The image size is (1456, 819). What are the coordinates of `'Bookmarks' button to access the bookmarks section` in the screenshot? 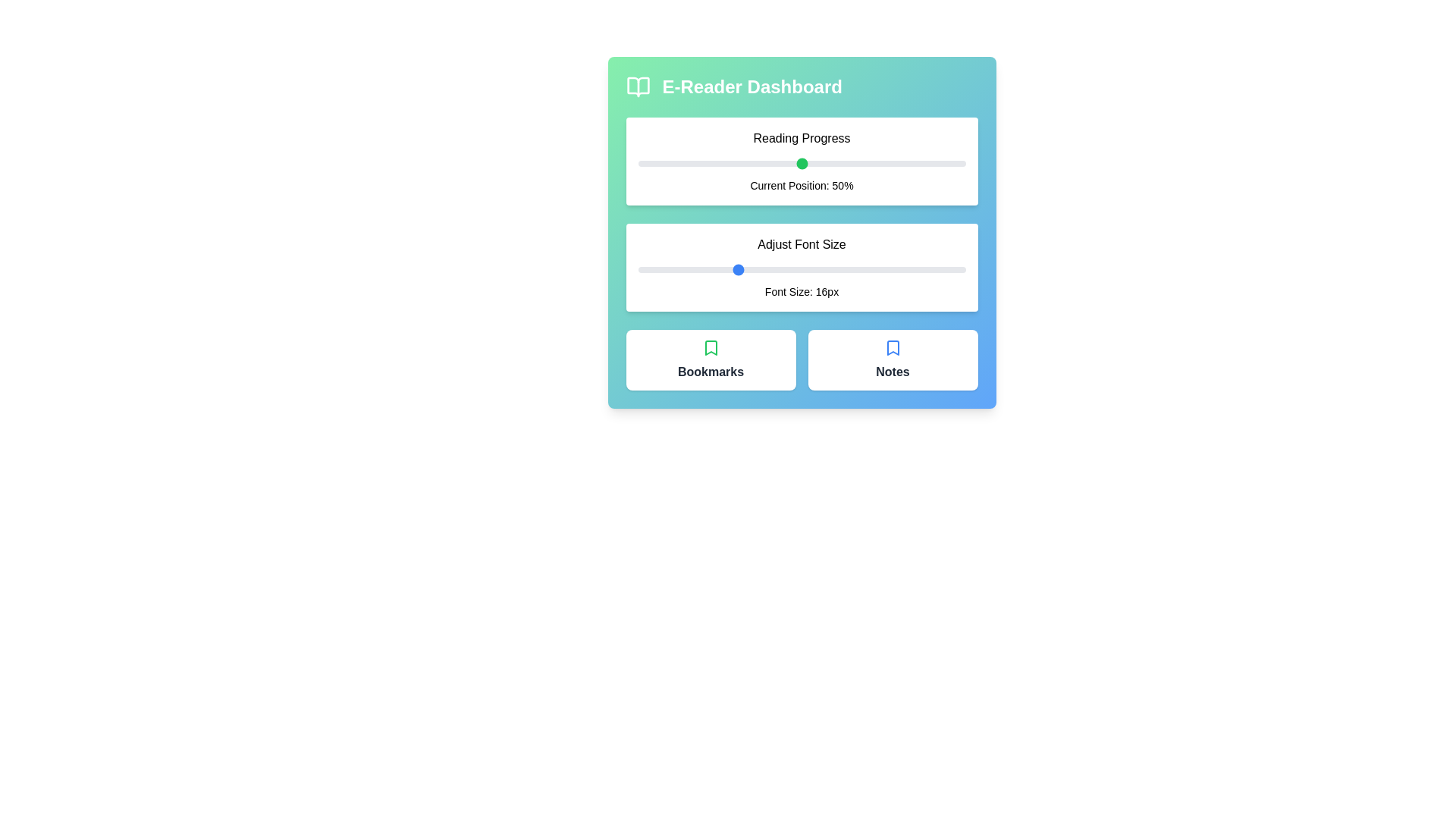 It's located at (710, 359).